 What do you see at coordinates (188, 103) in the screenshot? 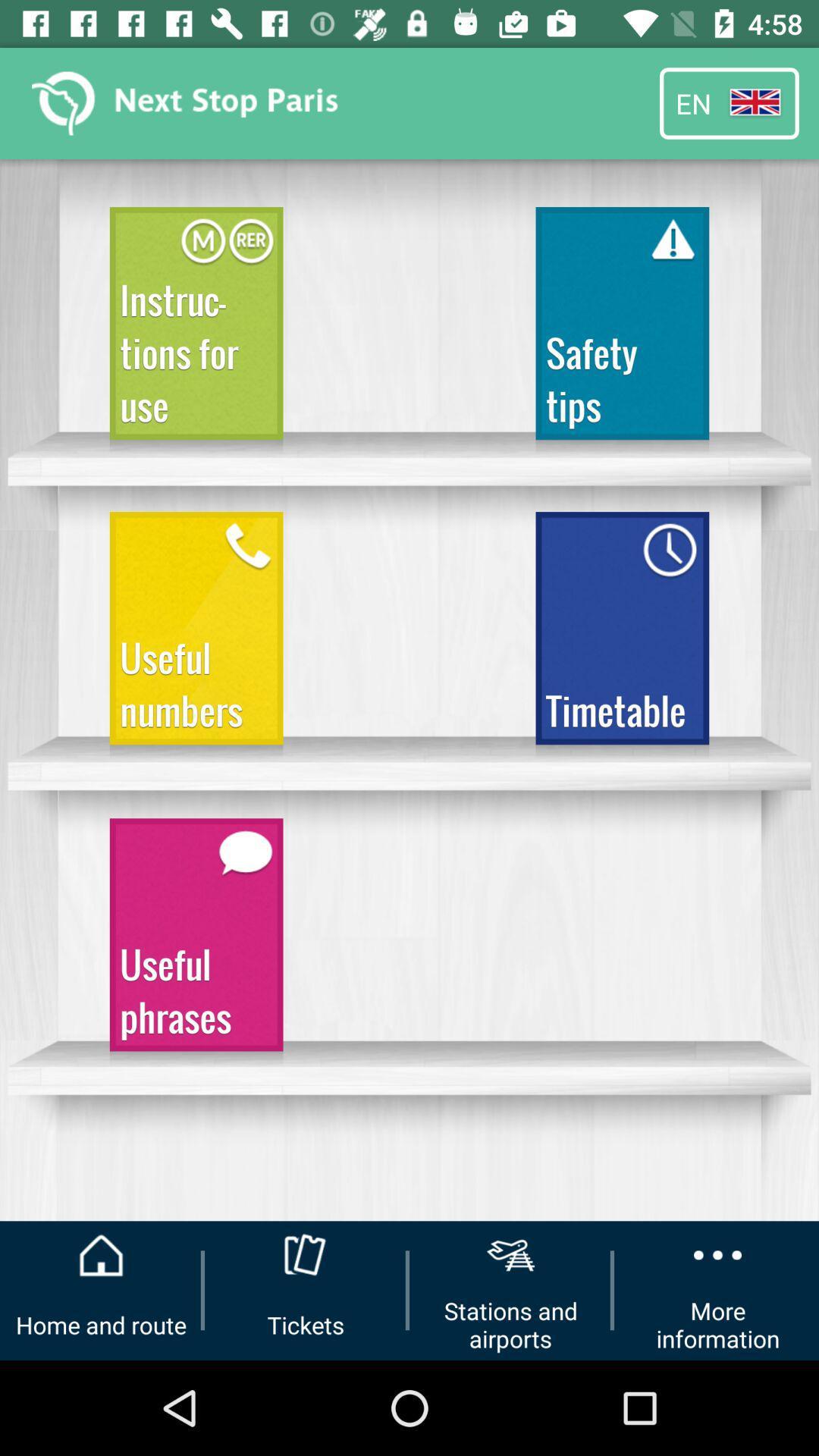
I see `the title of the page` at bounding box center [188, 103].